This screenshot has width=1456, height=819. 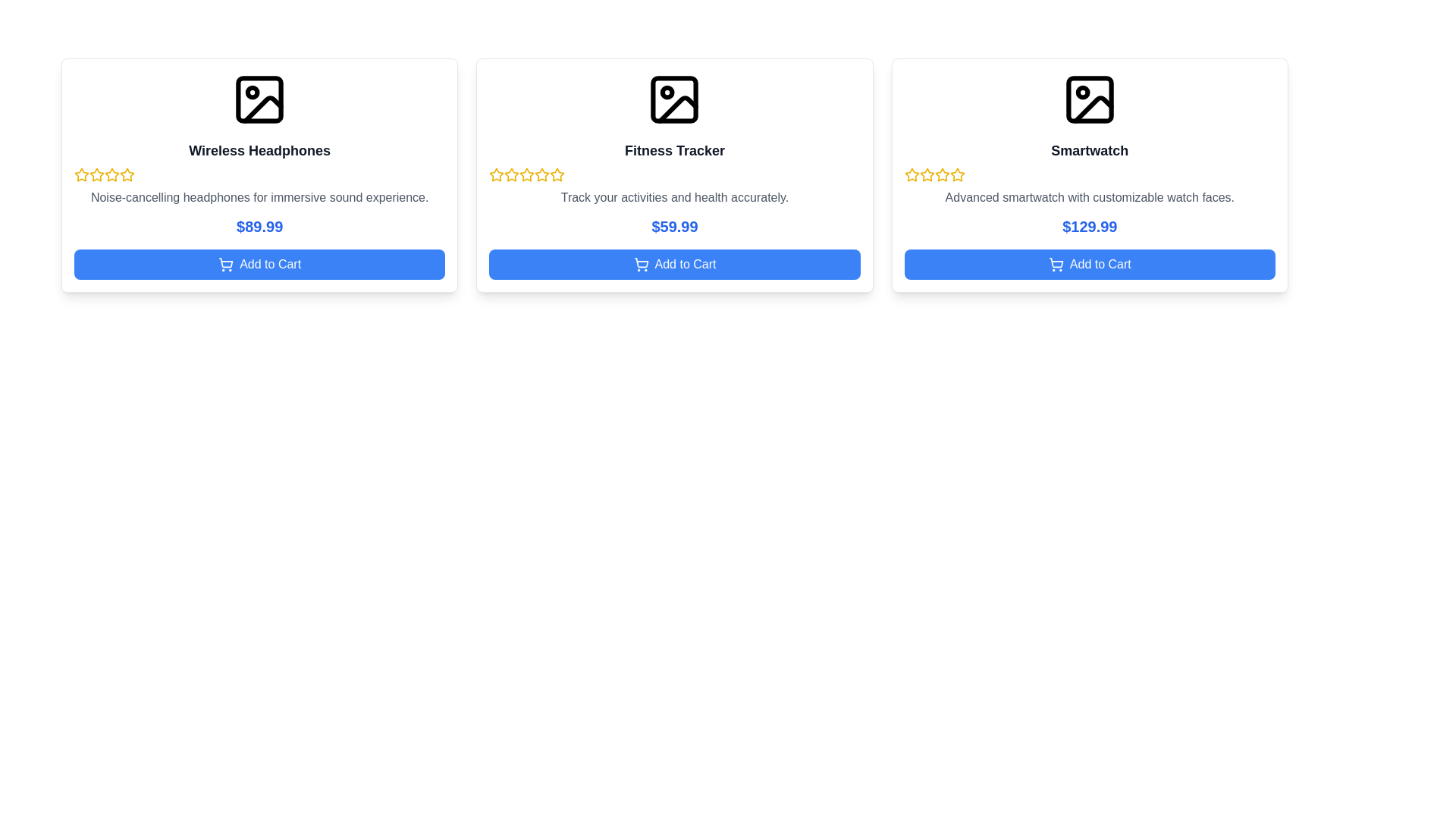 What do you see at coordinates (673, 227) in the screenshot?
I see `the static price label displaying the price of the 'Fitness Tracker' product, located between the description text and the 'Add to Cart' button` at bounding box center [673, 227].